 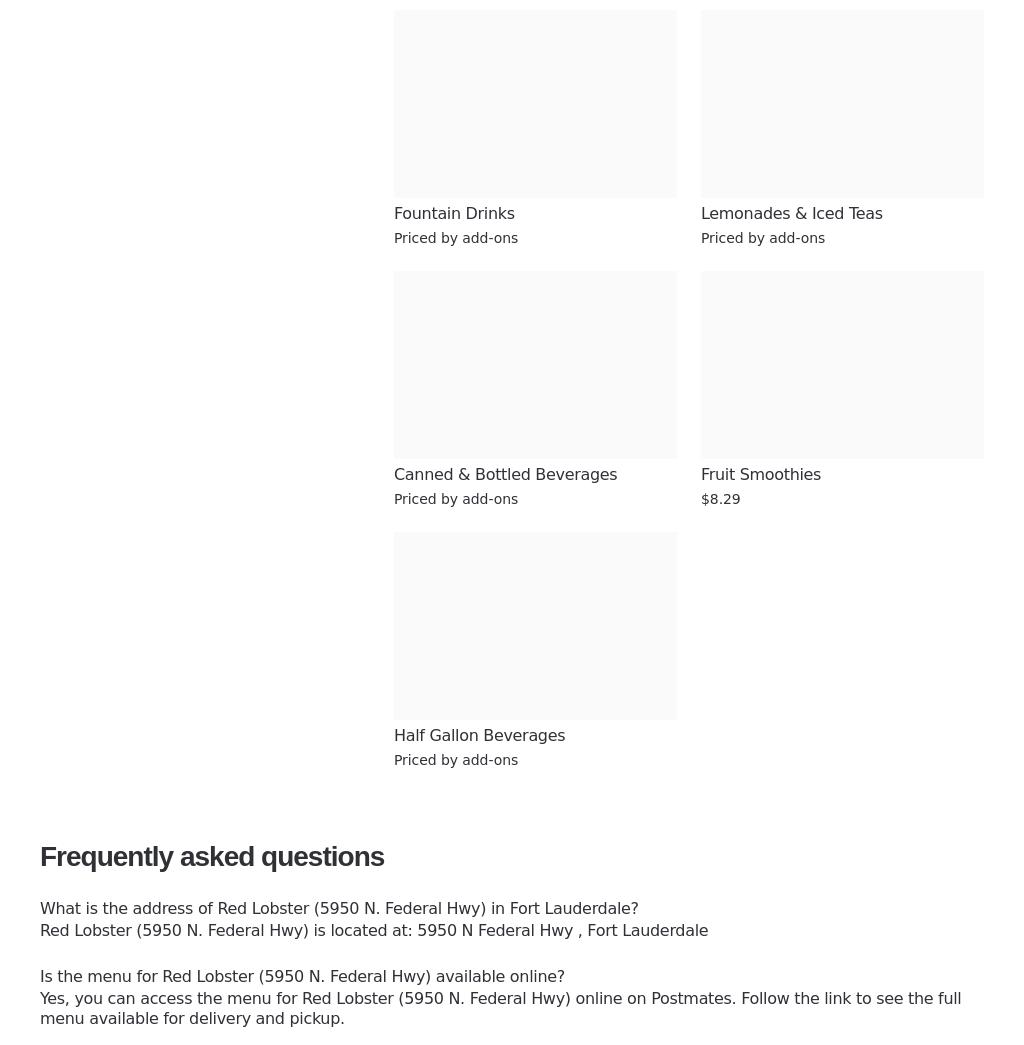 What do you see at coordinates (720, 497) in the screenshot?
I see `'$8.29'` at bounding box center [720, 497].